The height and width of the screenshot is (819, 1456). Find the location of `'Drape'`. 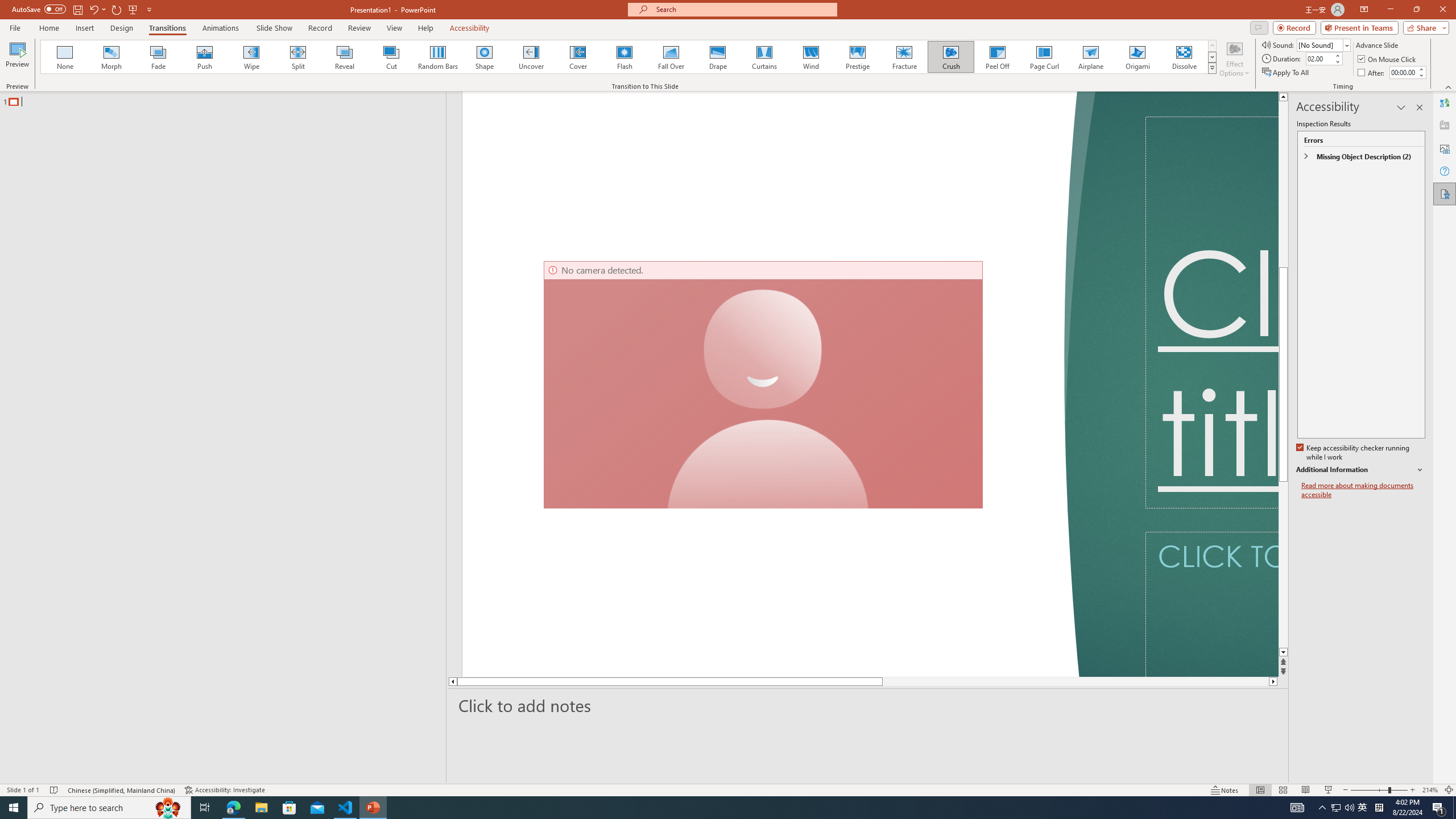

'Drape' is located at coordinates (717, 56).